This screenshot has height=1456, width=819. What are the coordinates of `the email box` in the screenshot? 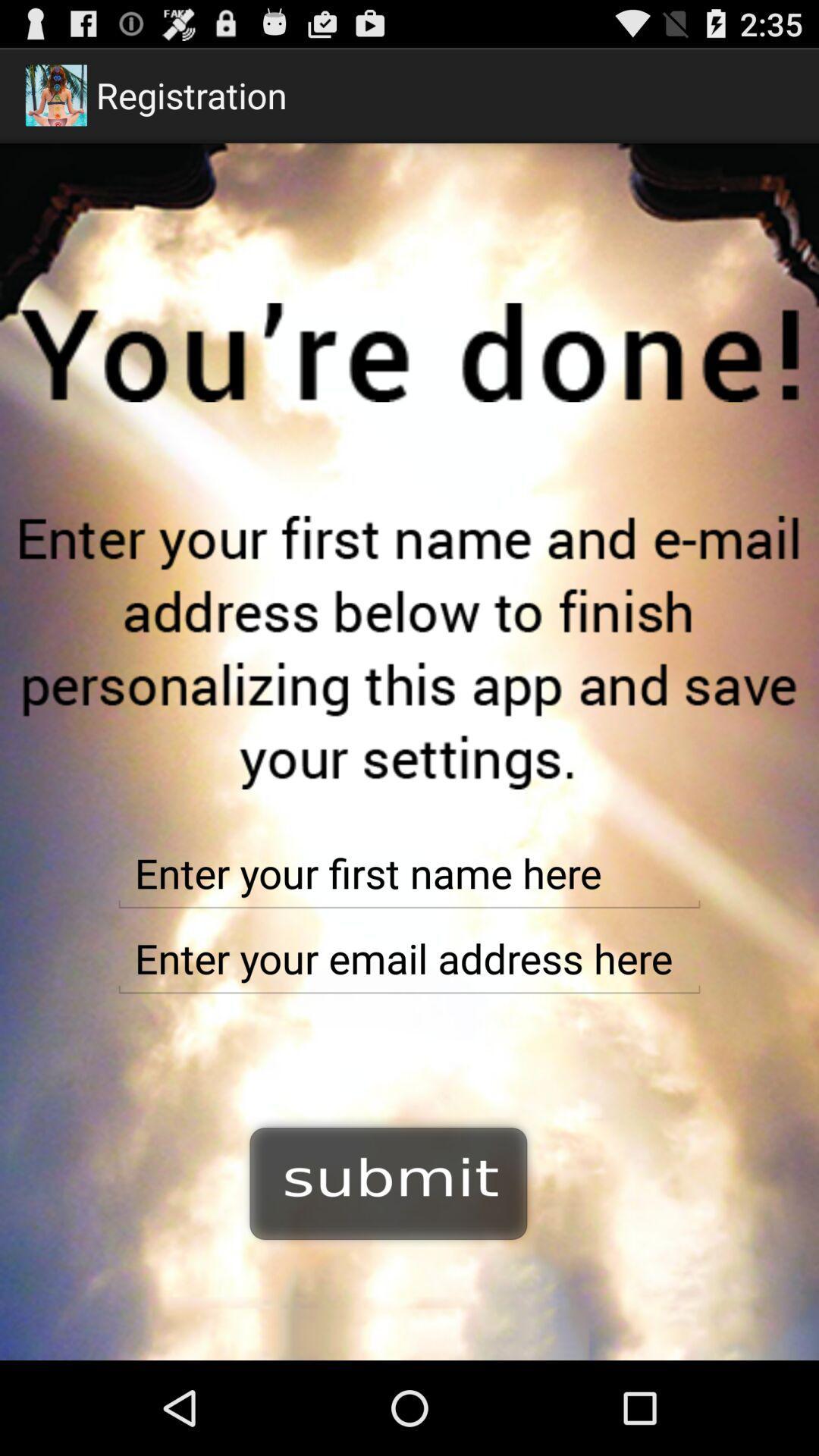 It's located at (409, 958).